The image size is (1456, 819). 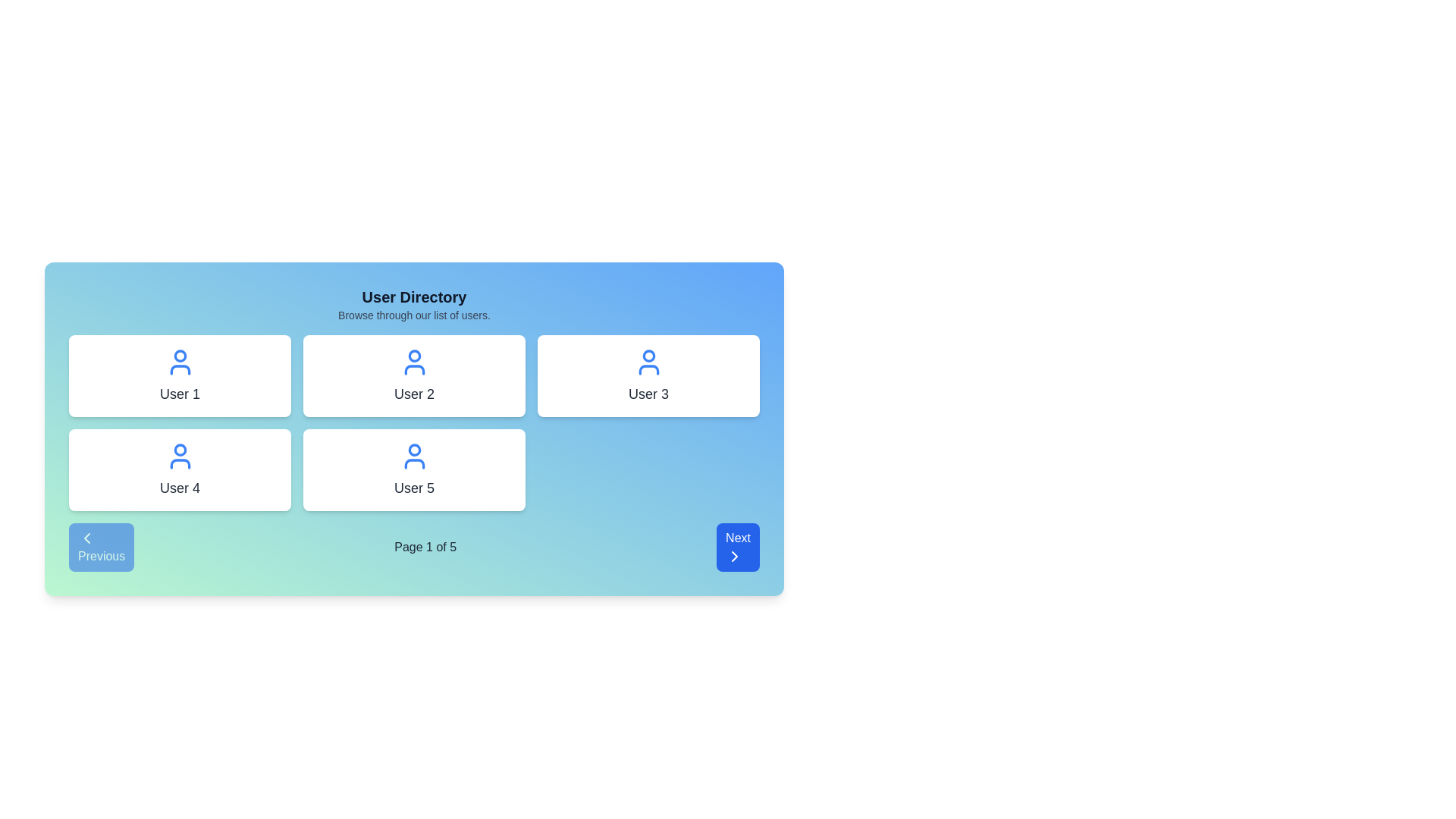 I want to click on the user avatar icon that is styled with blue lines and rounded edges, positioned above the text 'User 1' within the first user card, so click(x=180, y=362).